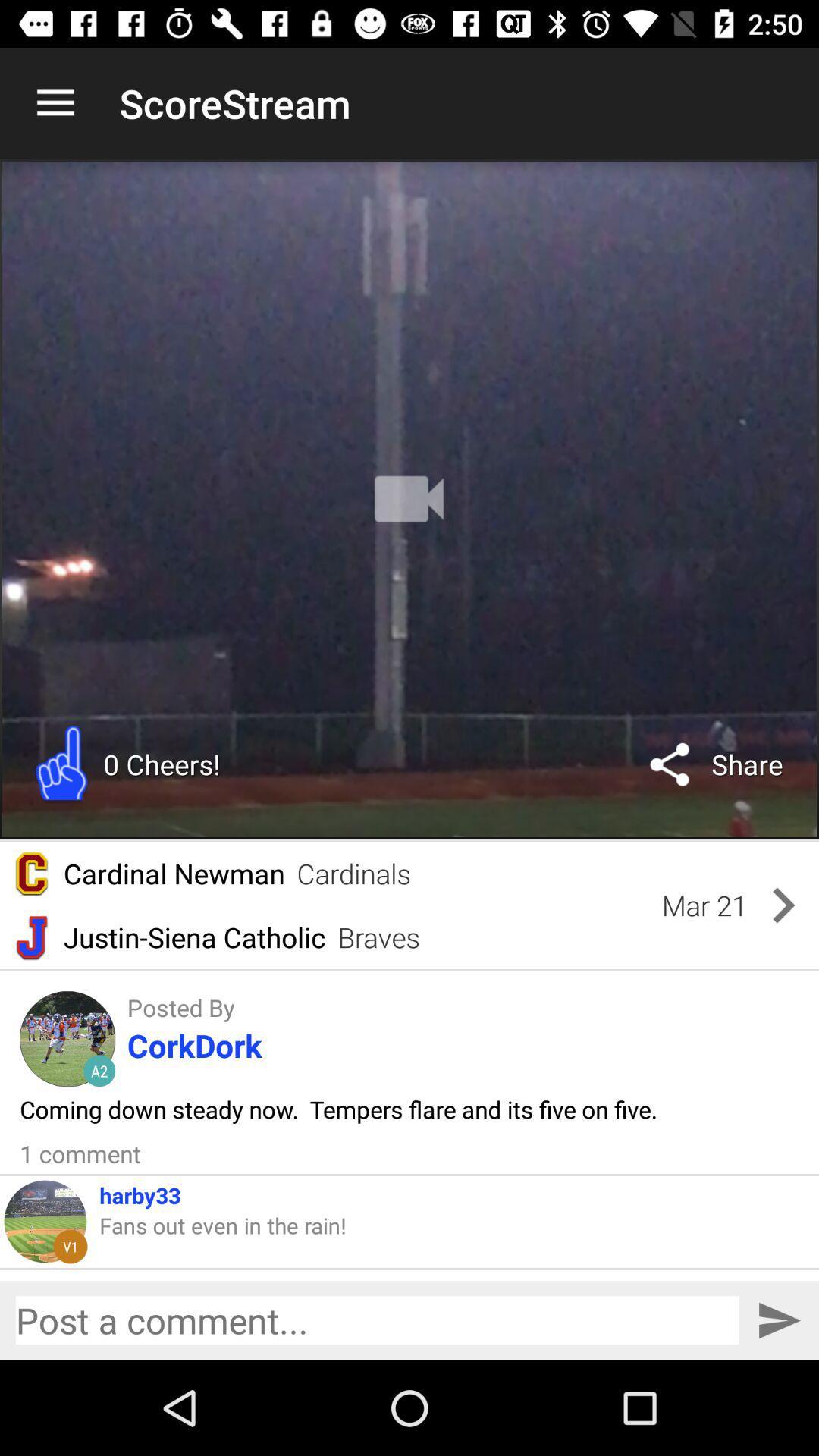 The width and height of the screenshot is (819, 1456). What do you see at coordinates (409, 499) in the screenshot?
I see `play` at bounding box center [409, 499].